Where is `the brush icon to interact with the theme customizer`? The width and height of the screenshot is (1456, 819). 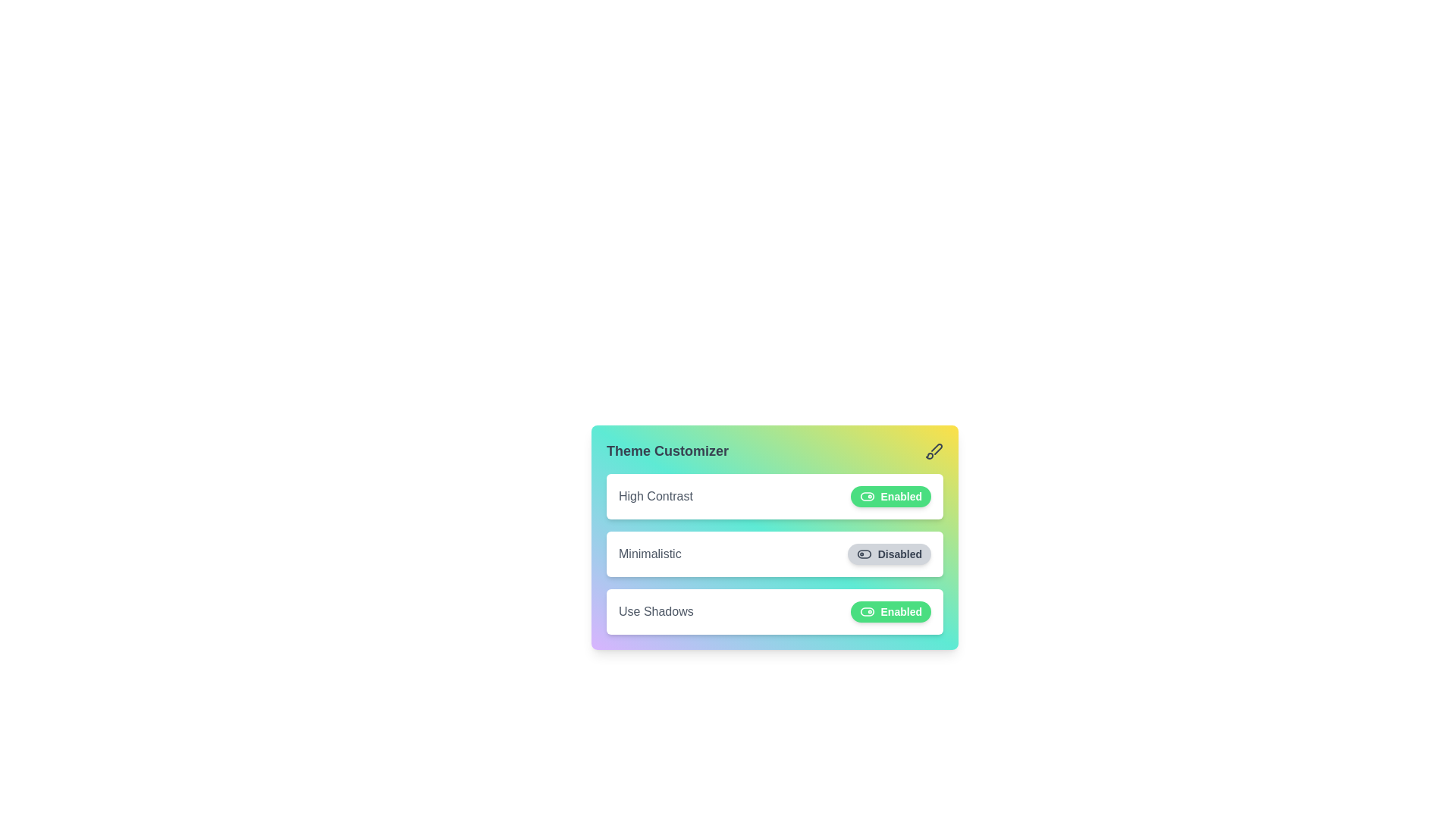
the brush icon to interact with the theme customizer is located at coordinates (934, 450).